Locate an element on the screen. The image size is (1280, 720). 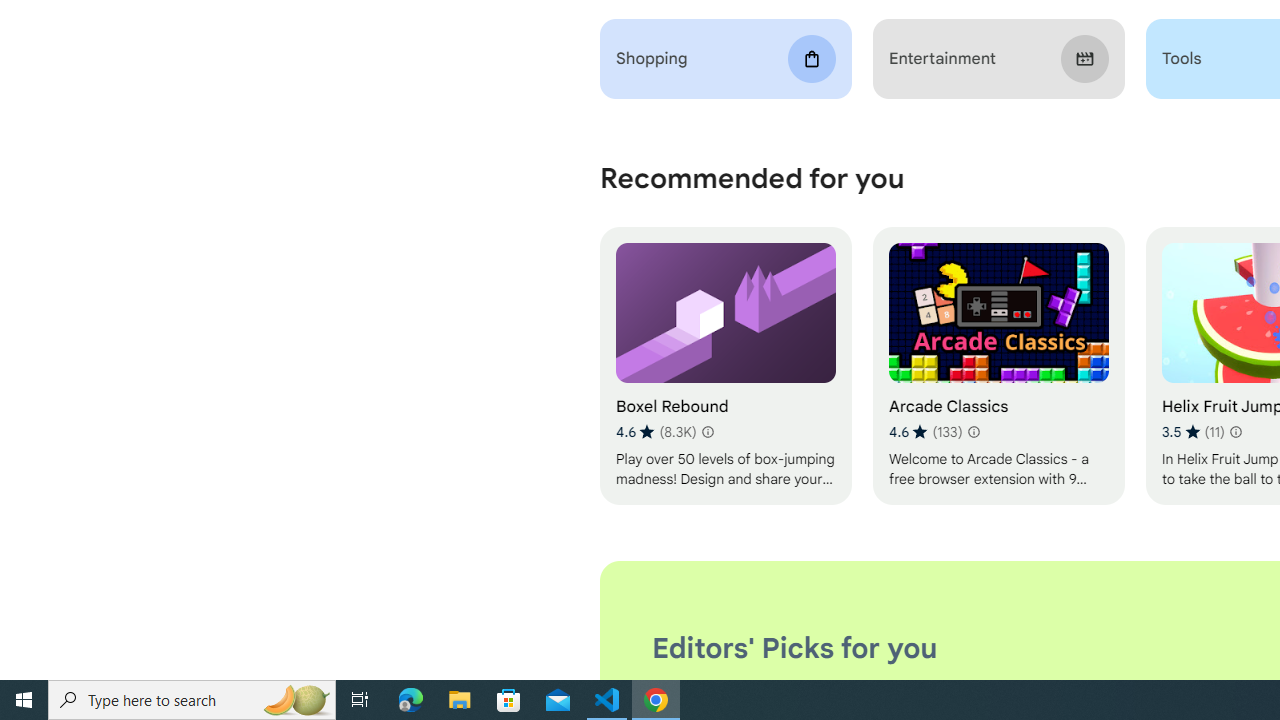
'Average rating 4.6 out of 5 stars. 133 ratings.' is located at coordinates (924, 431).